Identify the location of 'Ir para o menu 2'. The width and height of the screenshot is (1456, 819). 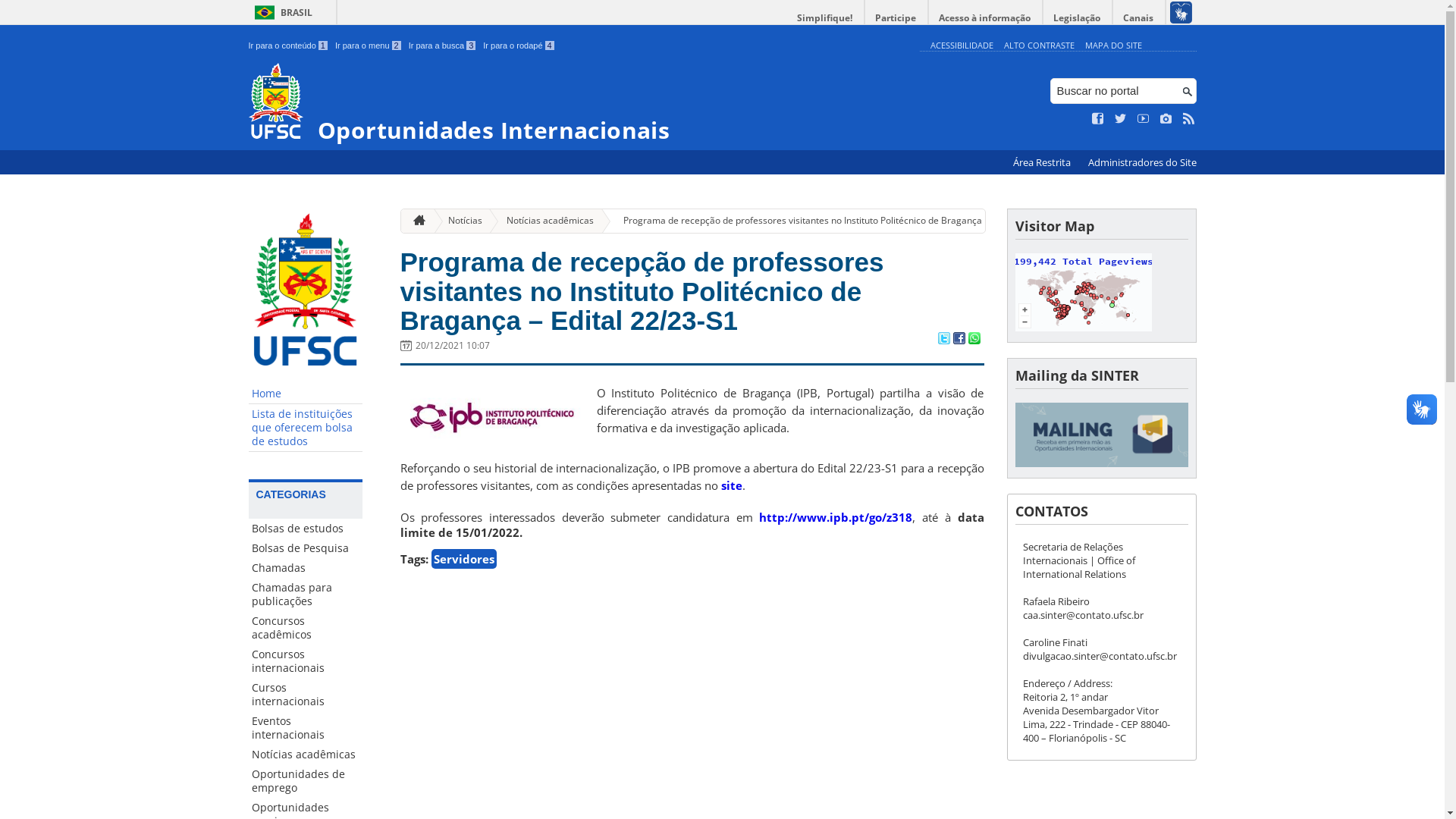
(368, 45).